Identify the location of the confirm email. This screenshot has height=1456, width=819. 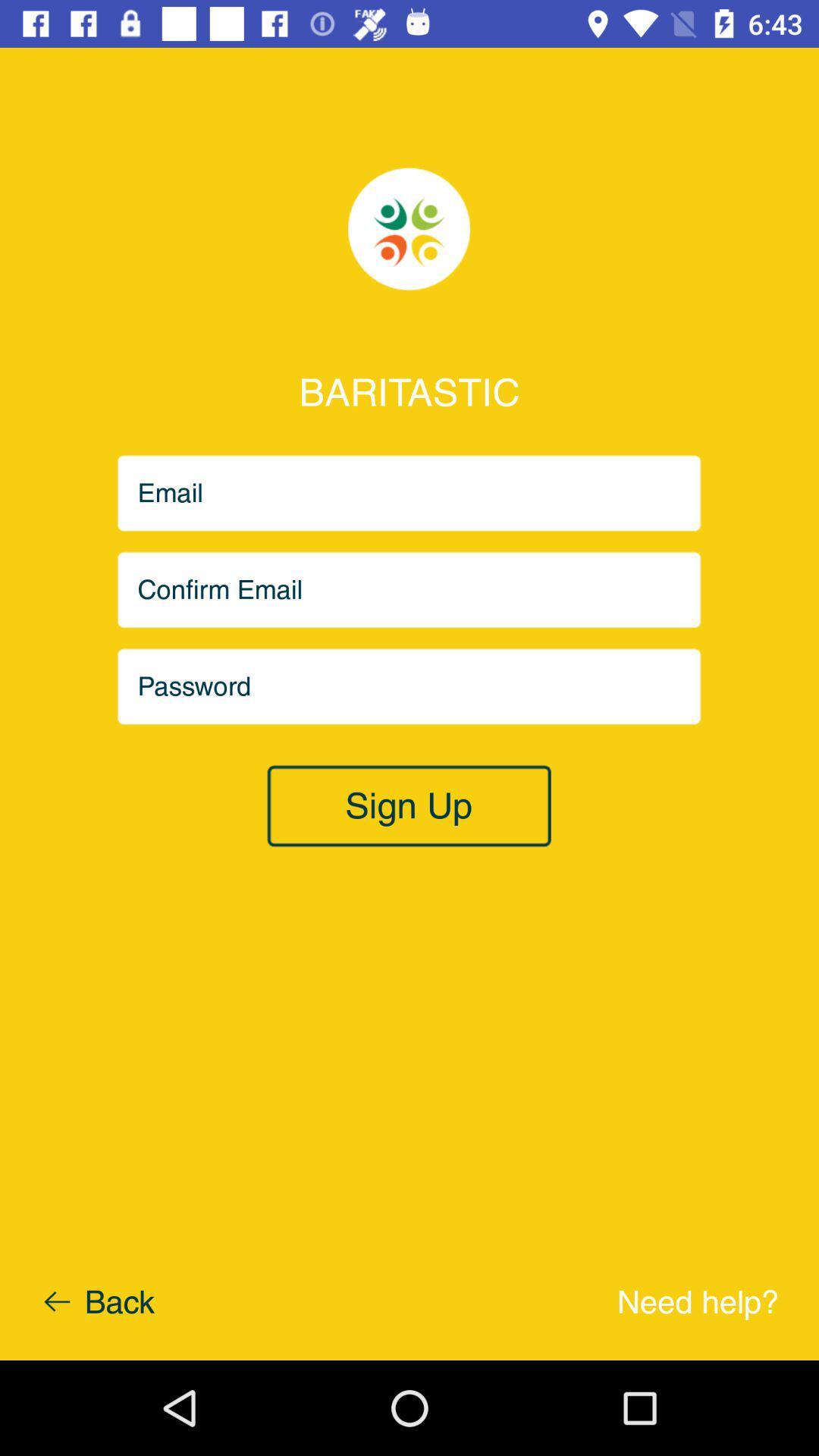
(409, 589).